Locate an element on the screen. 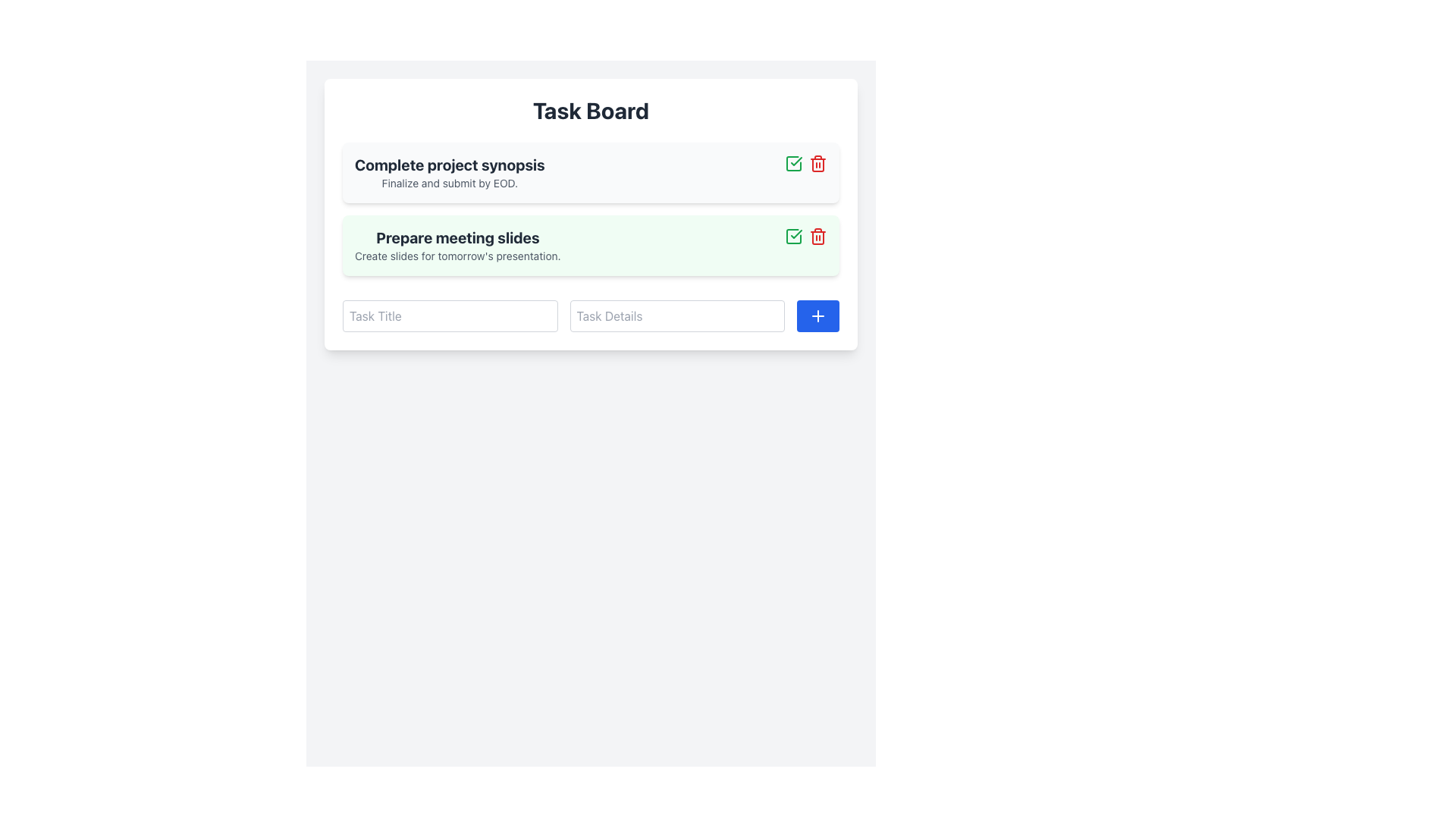 The height and width of the screenshot is (819, 1456). the informational text below the main title of the task block labeled 'Prepare meeting slides' to provide additional emphasis is located at coordinates (457, 256).